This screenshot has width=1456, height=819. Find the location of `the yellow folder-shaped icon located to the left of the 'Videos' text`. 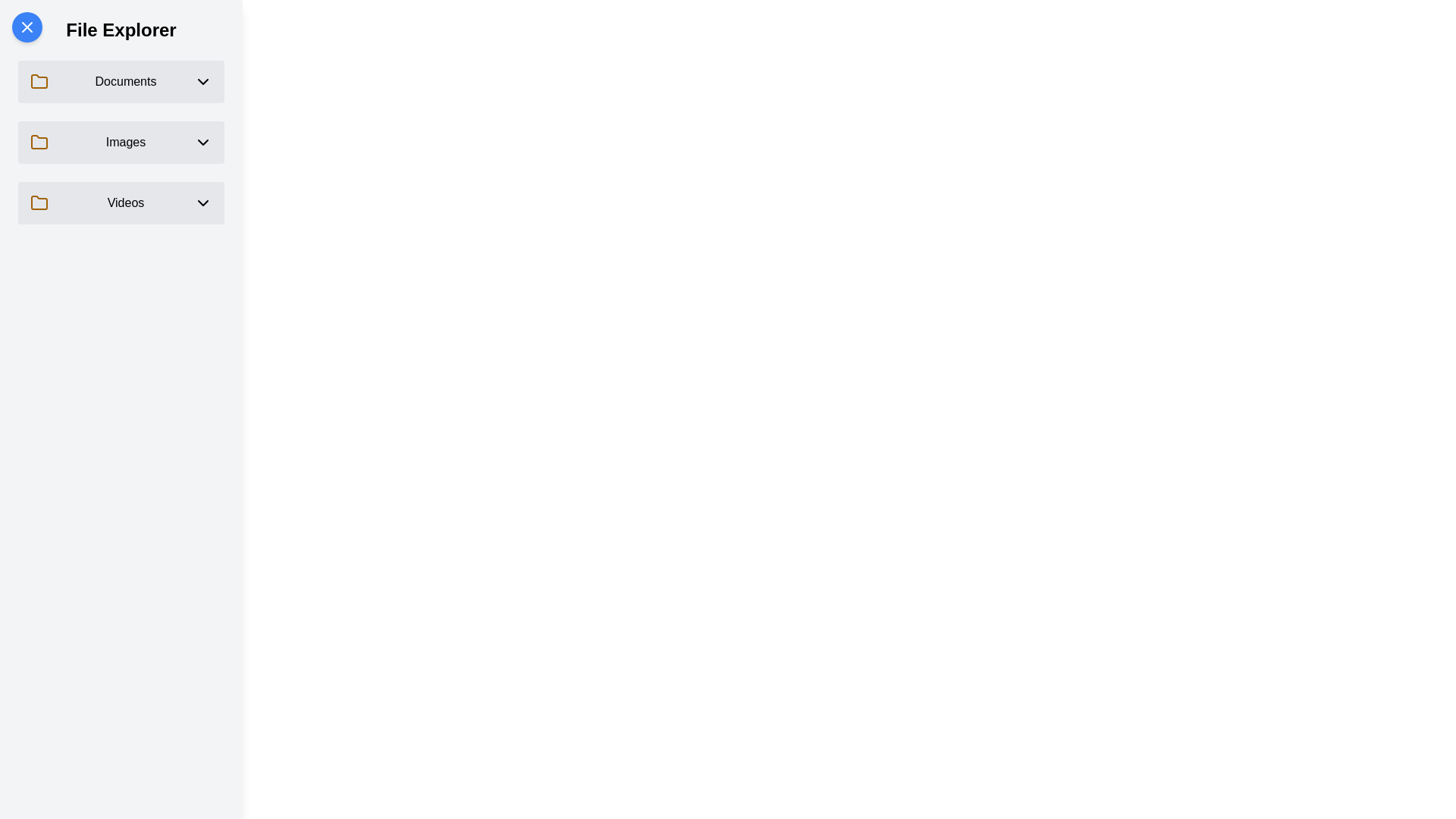

the yellow folder-shaped icon located to the left of the 'Videos' text is located at coordinates (39, 202).